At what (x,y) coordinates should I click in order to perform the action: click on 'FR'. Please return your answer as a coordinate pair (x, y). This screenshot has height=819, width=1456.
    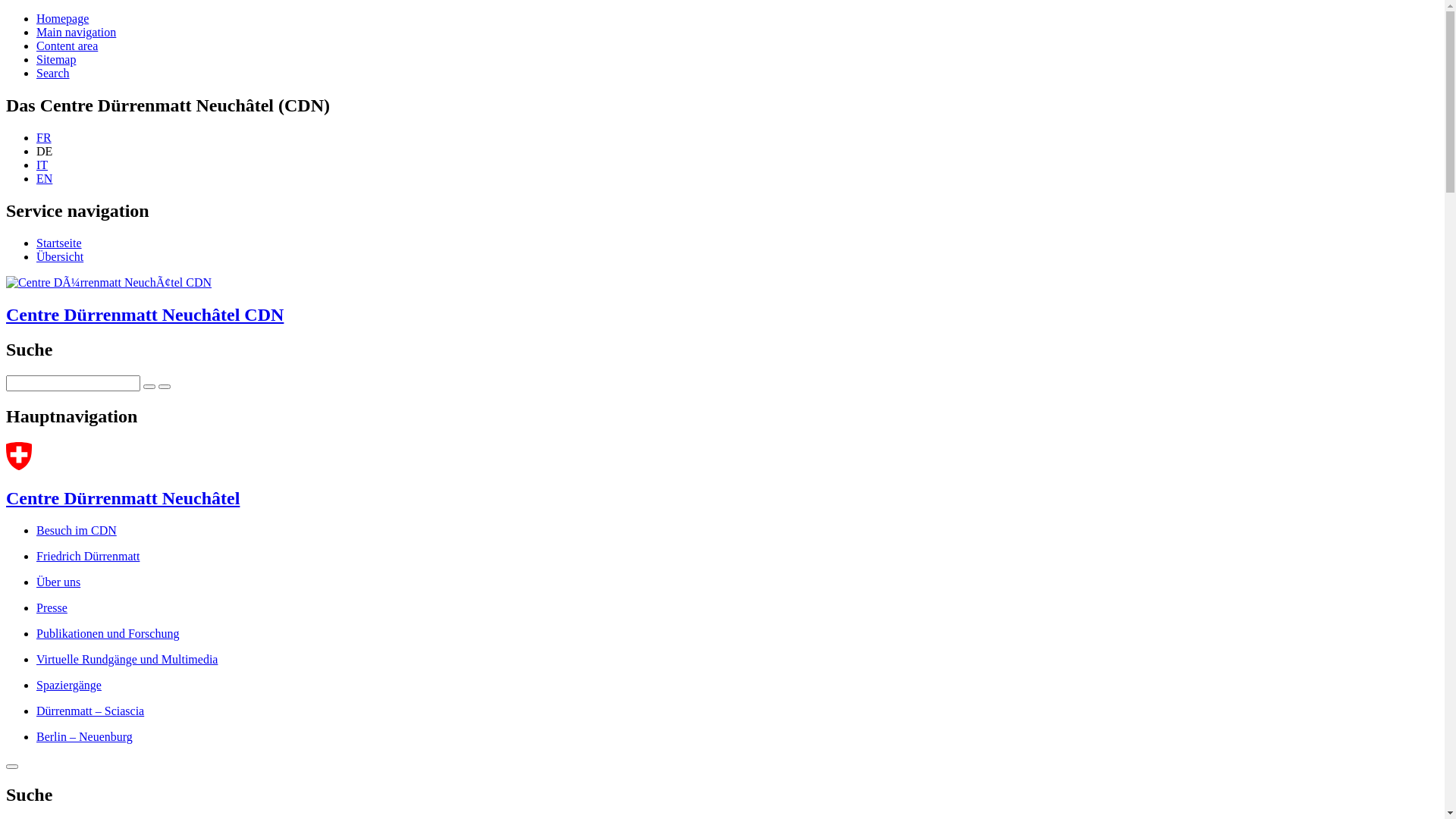
    Looking at the image, I should click on (43, 137).